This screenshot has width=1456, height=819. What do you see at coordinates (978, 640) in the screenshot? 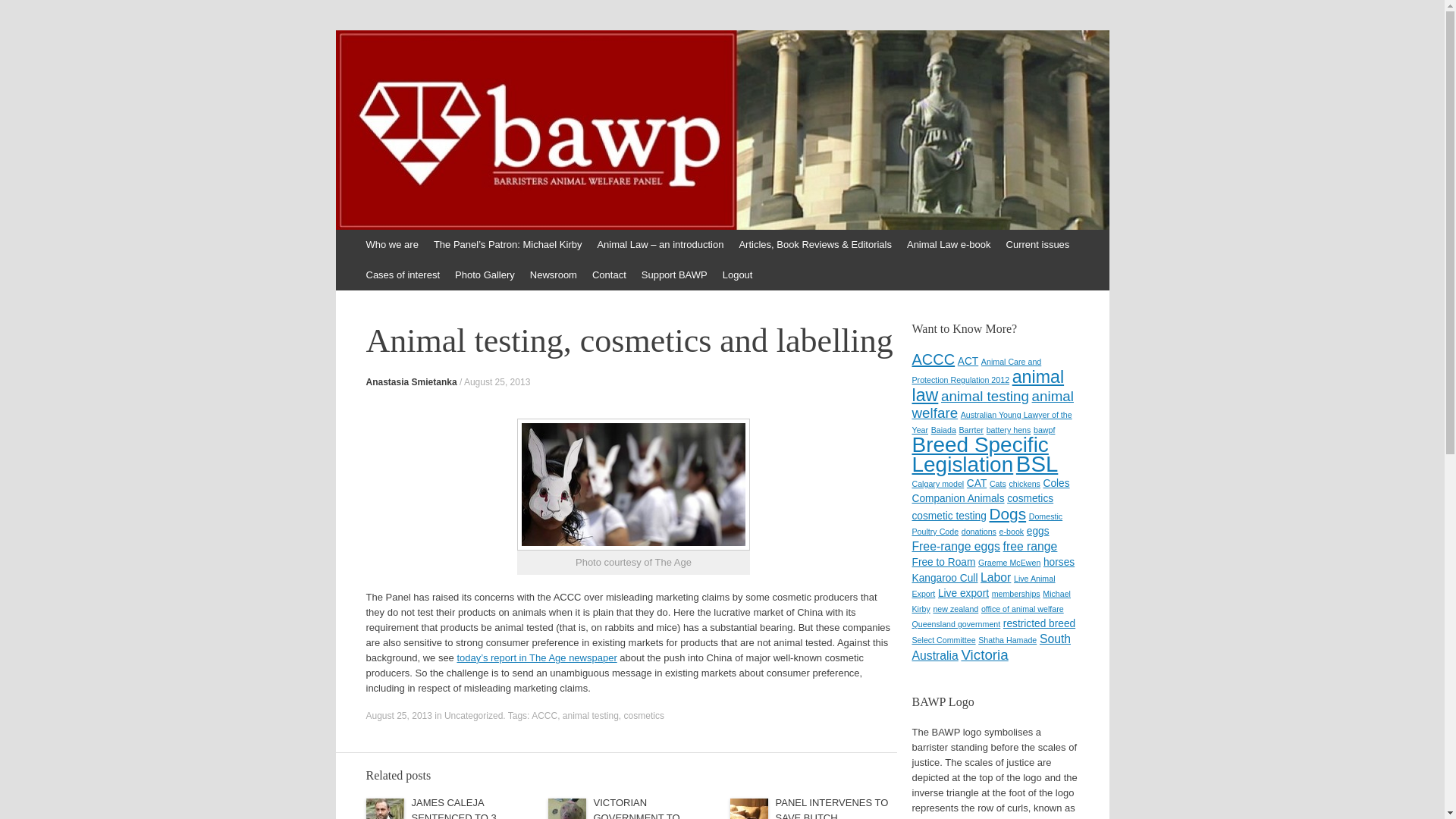
I see `'Shatha Hamade'` at bounding box center [978, 640].